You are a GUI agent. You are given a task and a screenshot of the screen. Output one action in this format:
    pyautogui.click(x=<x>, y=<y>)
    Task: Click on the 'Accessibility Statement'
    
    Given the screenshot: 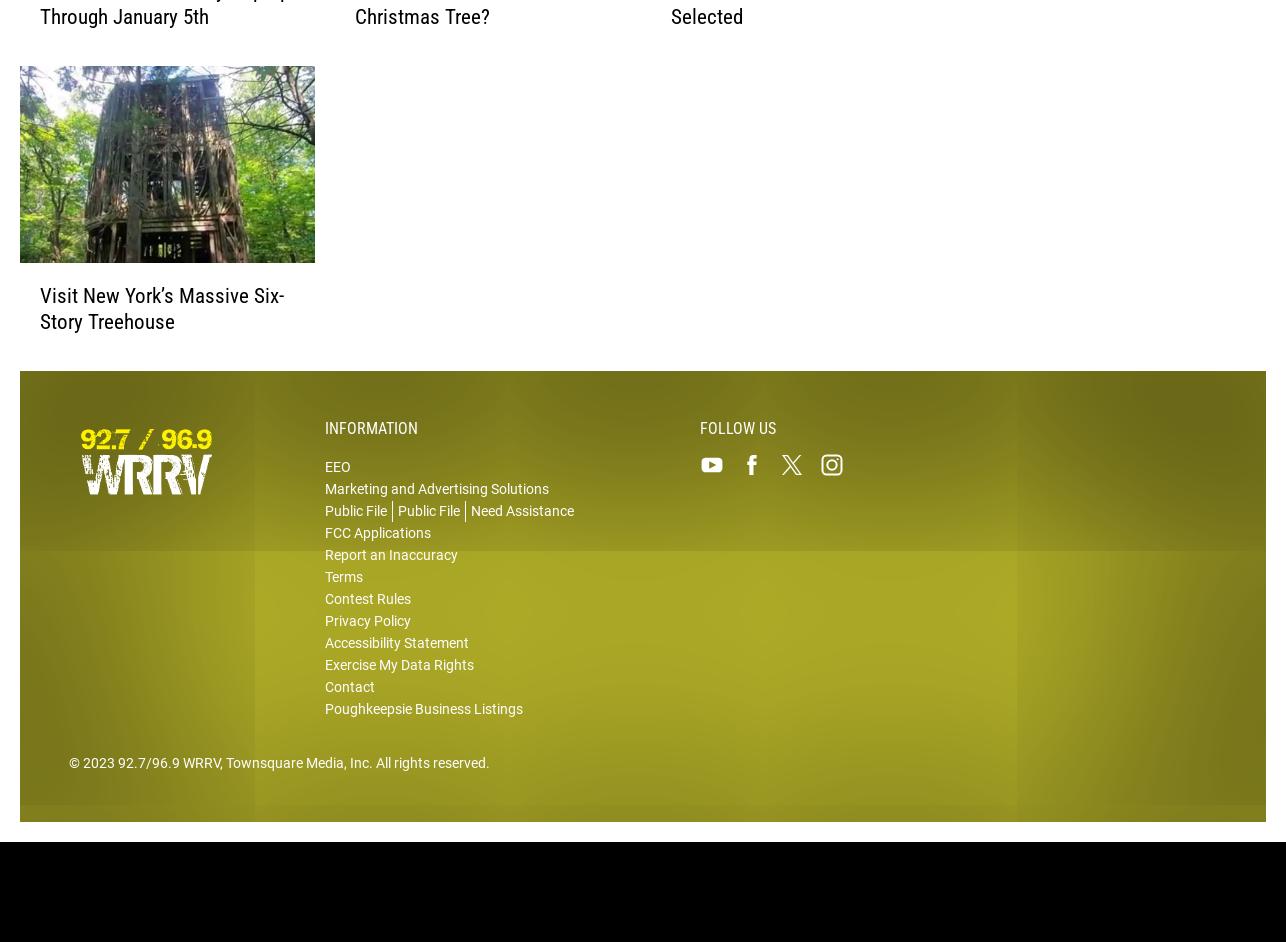 What is the action you would take?
    pyautogui.click(x=395, y=653)
    